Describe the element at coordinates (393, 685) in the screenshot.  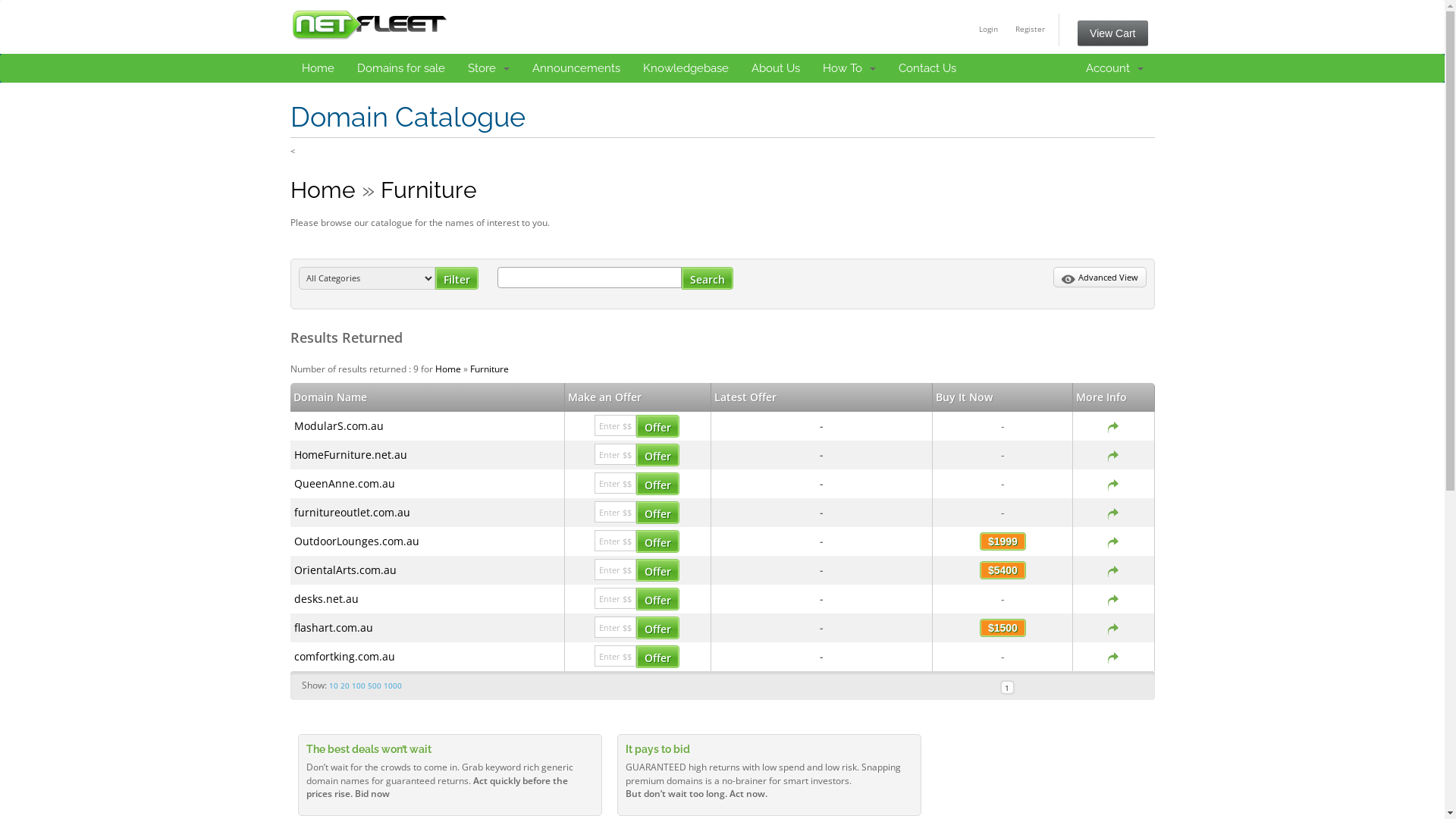
I see `'1000'` at that location.